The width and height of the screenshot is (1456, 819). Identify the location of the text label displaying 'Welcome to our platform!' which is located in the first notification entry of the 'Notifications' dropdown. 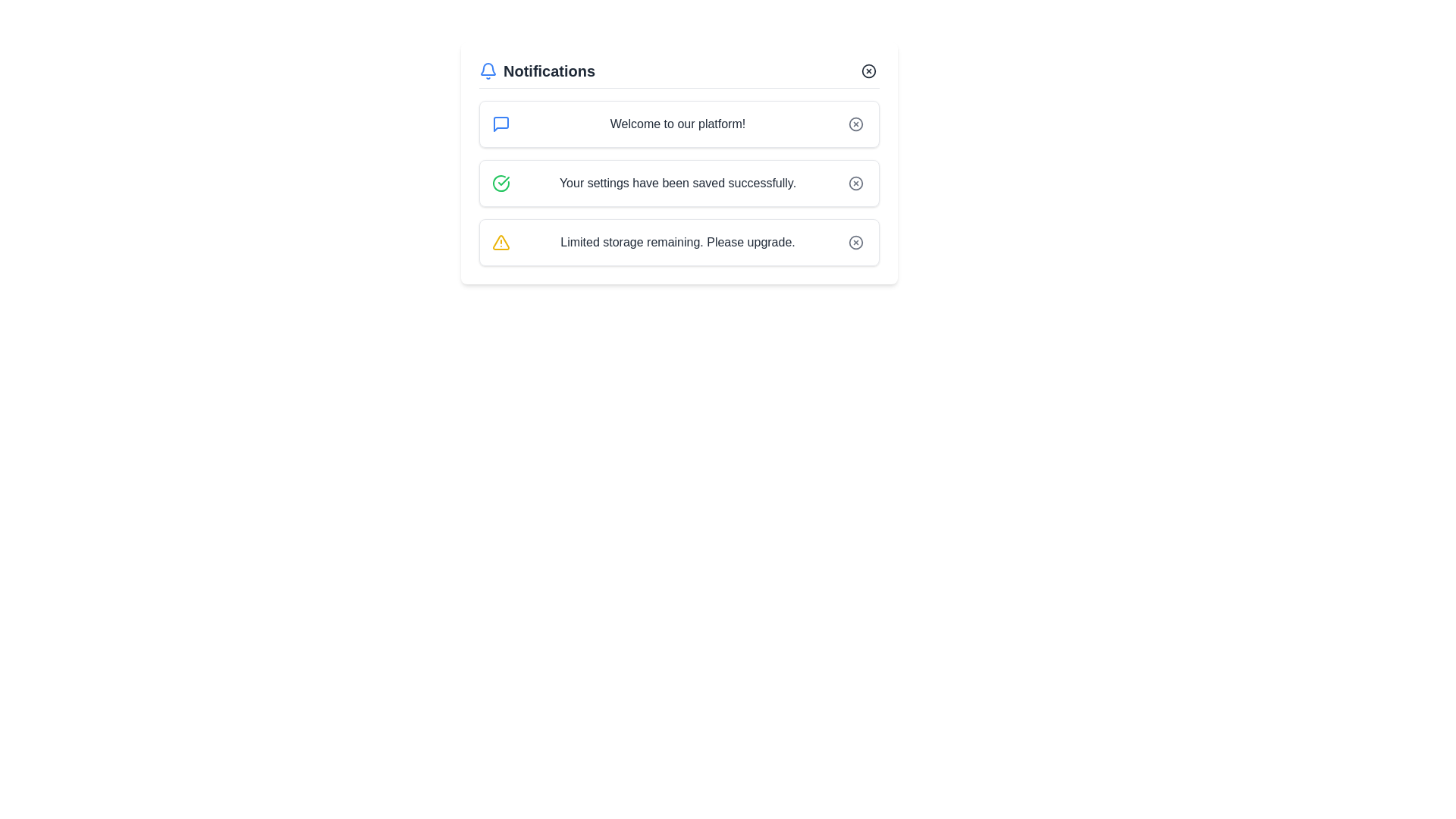
(676, 124).